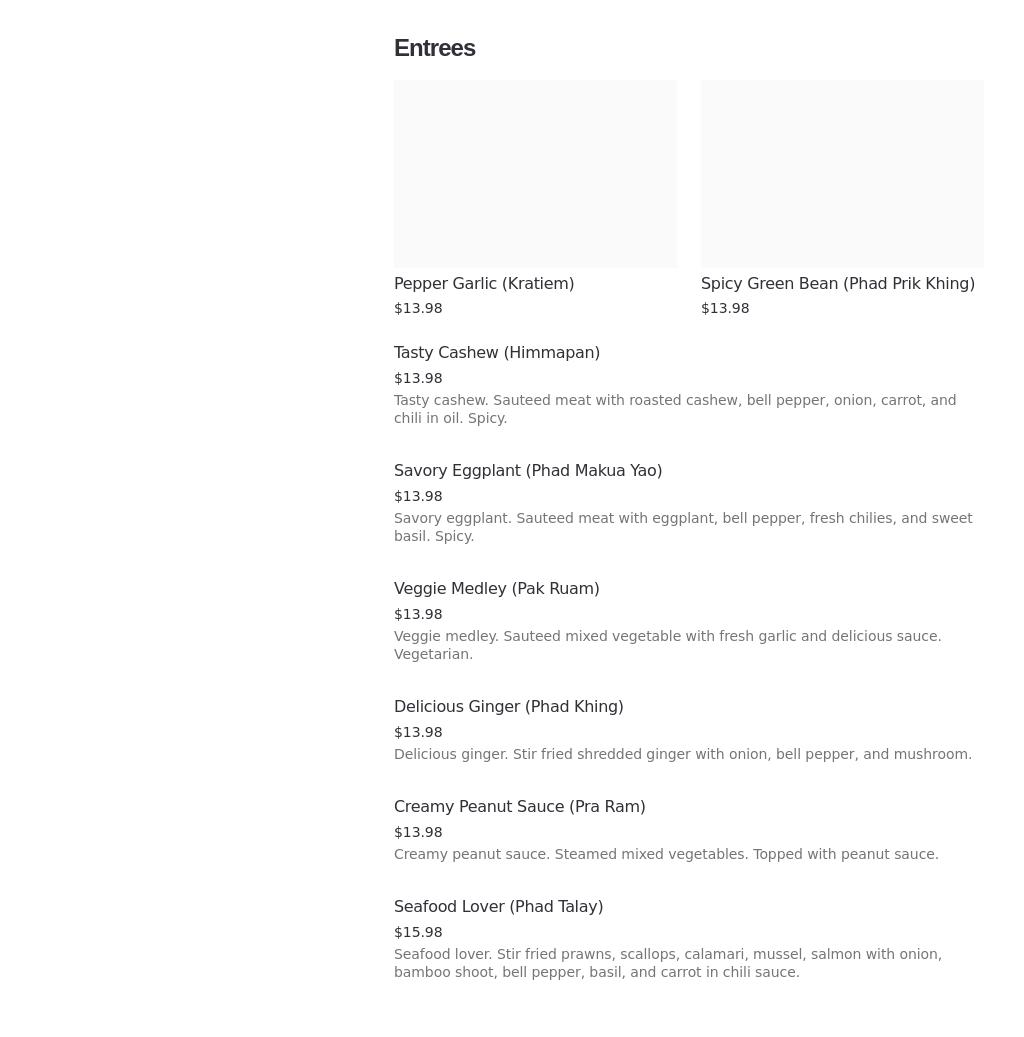 The width and height of the screenshot is (1024, 1037). What do you see at coordinates (837, 282) in the screenshot?
I see `'Spicy Green Bean (Phad Prik Khing)'` at bounding box center [837, 282].